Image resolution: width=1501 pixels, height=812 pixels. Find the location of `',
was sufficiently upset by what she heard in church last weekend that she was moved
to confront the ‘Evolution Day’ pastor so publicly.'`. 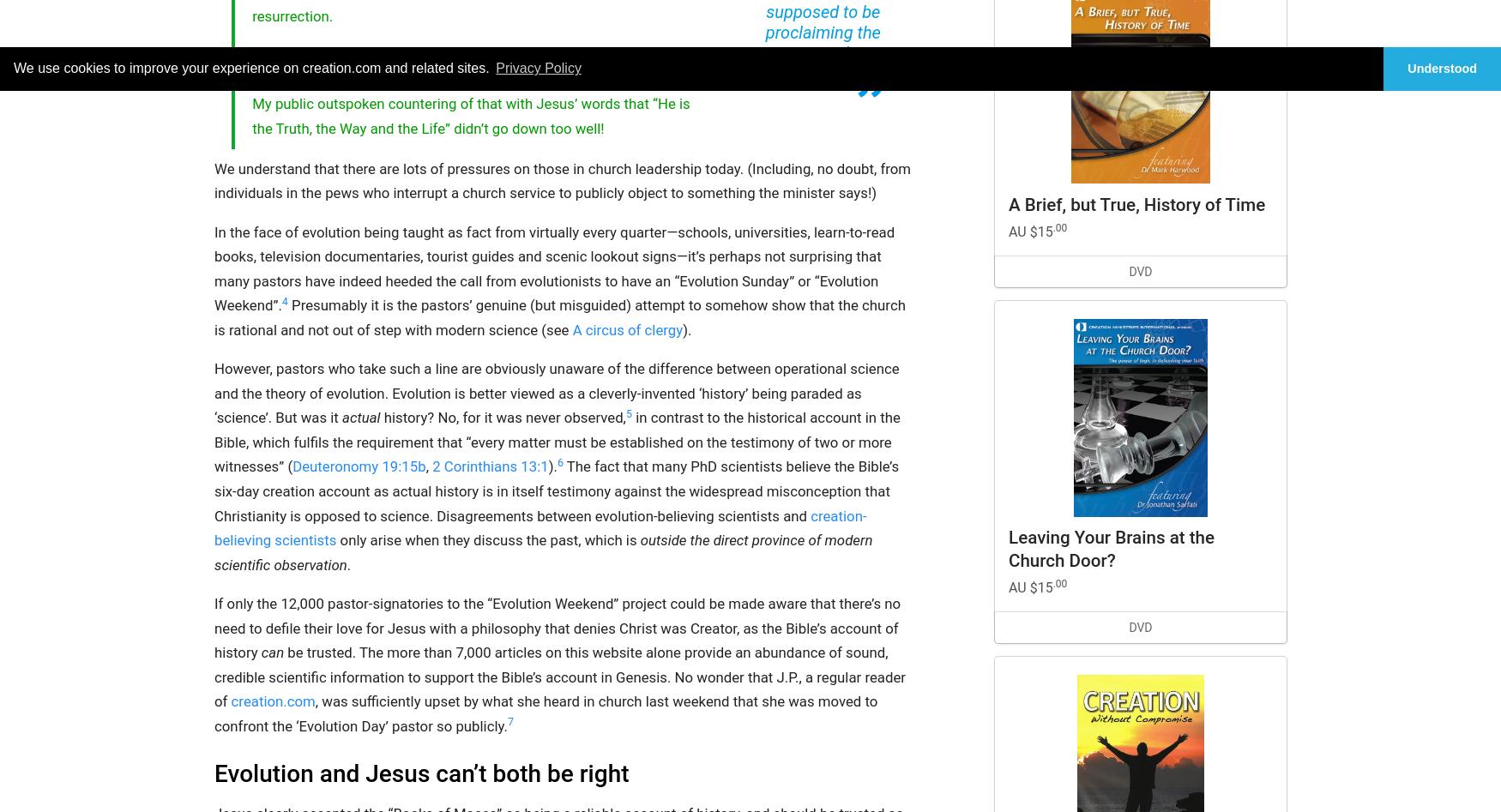

',
was sufficiently upset by what she heard in church last weekend that she was moved
to confront the ‘Evolution Day’ pastor so publicly.' is located at coordinates (545, 713).